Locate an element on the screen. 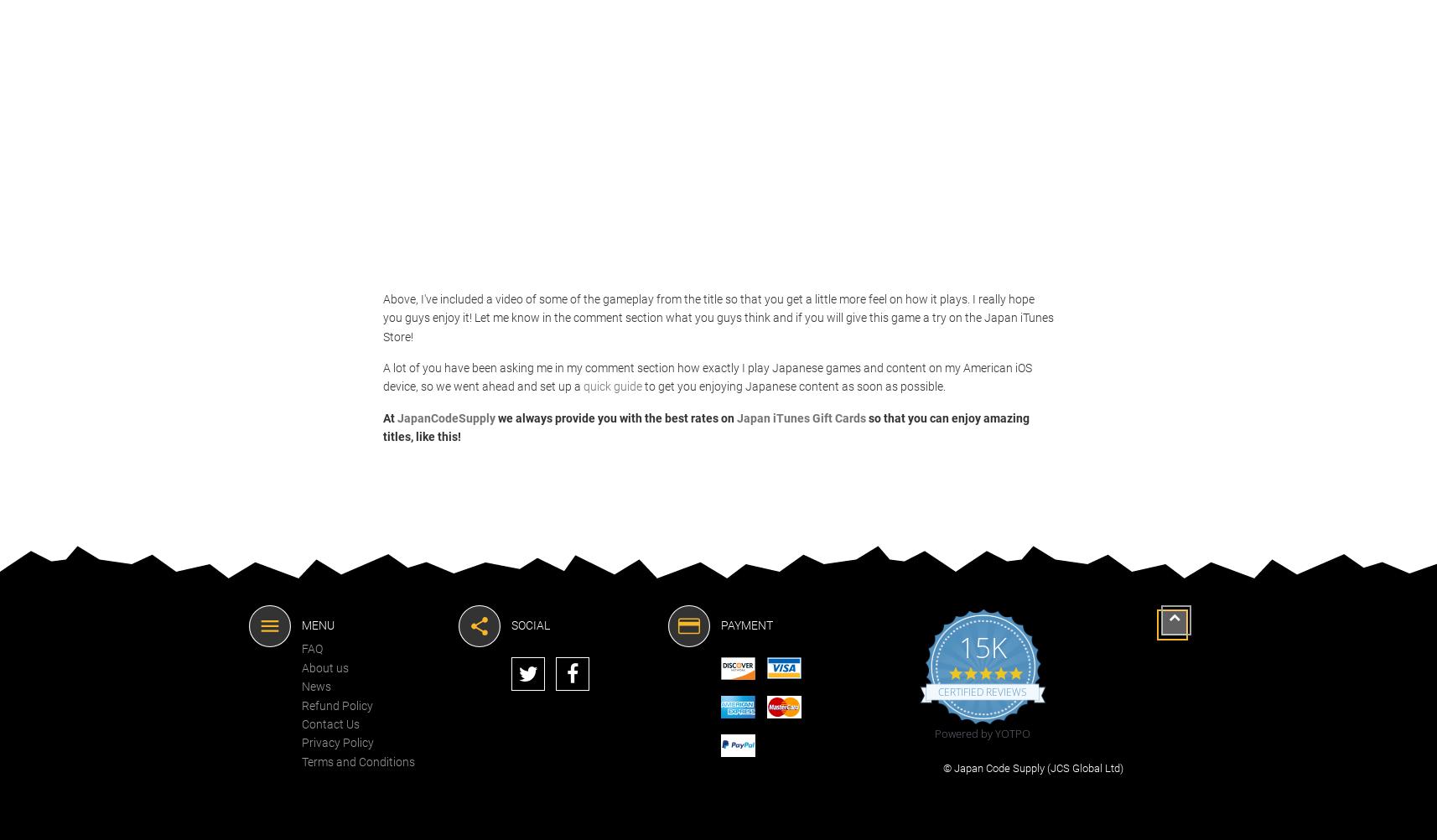  'we always provide you with the best rates on' is located at coordinates (615, 416).